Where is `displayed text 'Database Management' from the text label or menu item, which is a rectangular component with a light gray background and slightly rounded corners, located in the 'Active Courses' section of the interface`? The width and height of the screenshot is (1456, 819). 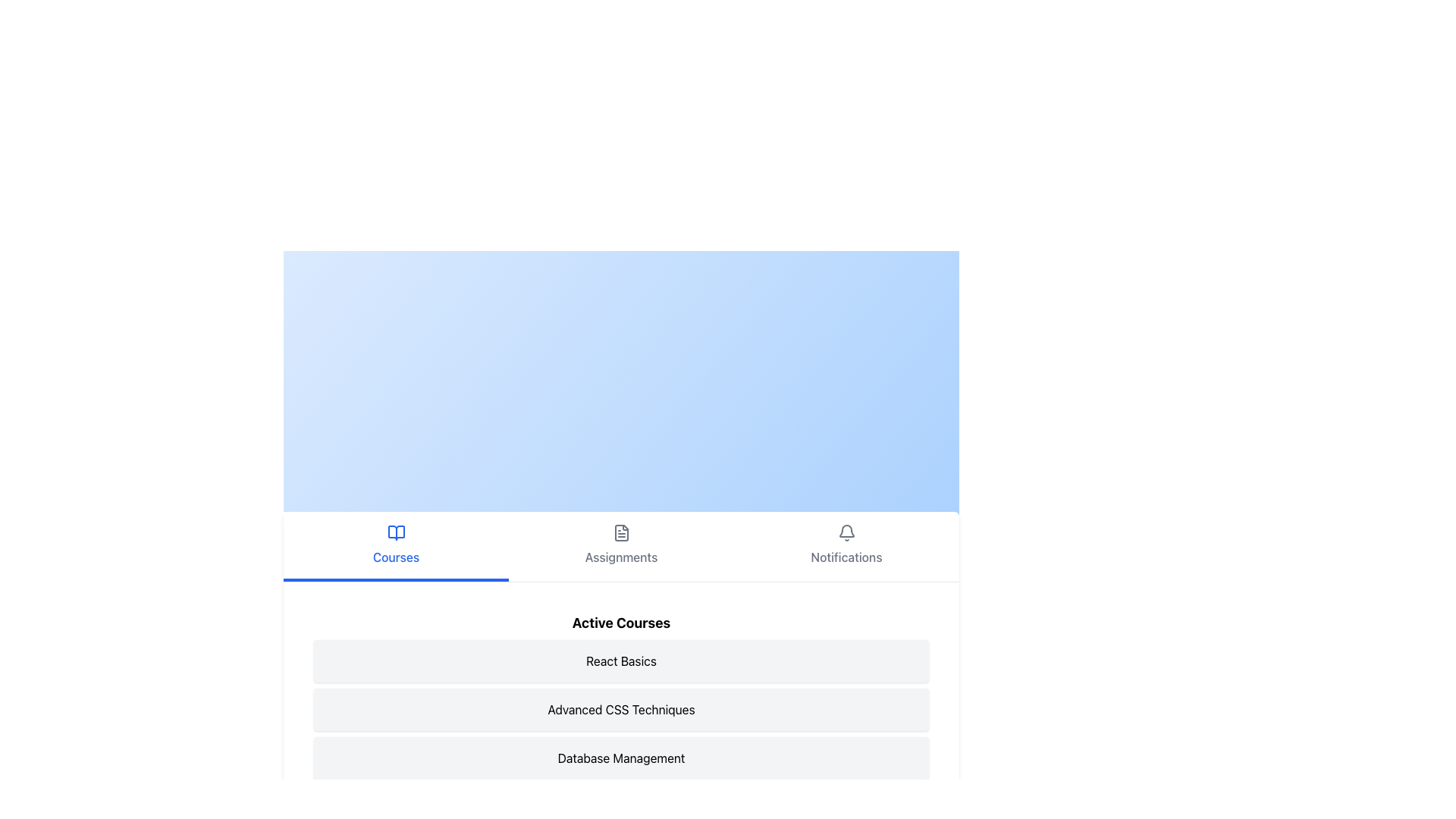 displayed text 'Database Management' from the text label or menu item, which is a rectangular component with a light gray background and slightly rounded corners, located in the 'Active Courses' section of the interface is located at coordinates (621, 758).